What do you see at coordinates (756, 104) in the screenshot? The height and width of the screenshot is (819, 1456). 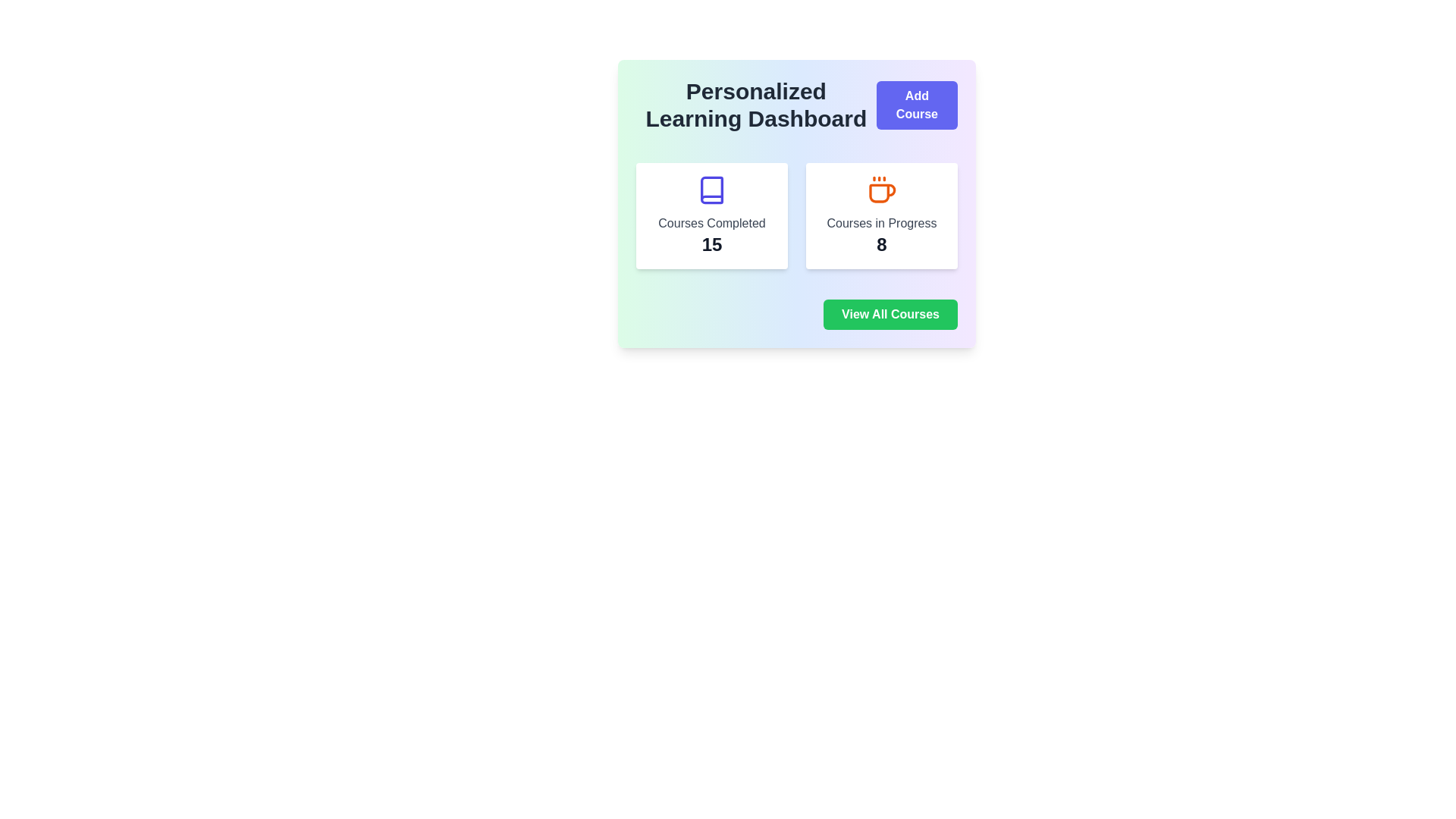 I see `the text block displaying 'Personalized Learning Dashboard' in large, bold font, styled in dark gray against a light gradient background` at bounding box center [756, 104].